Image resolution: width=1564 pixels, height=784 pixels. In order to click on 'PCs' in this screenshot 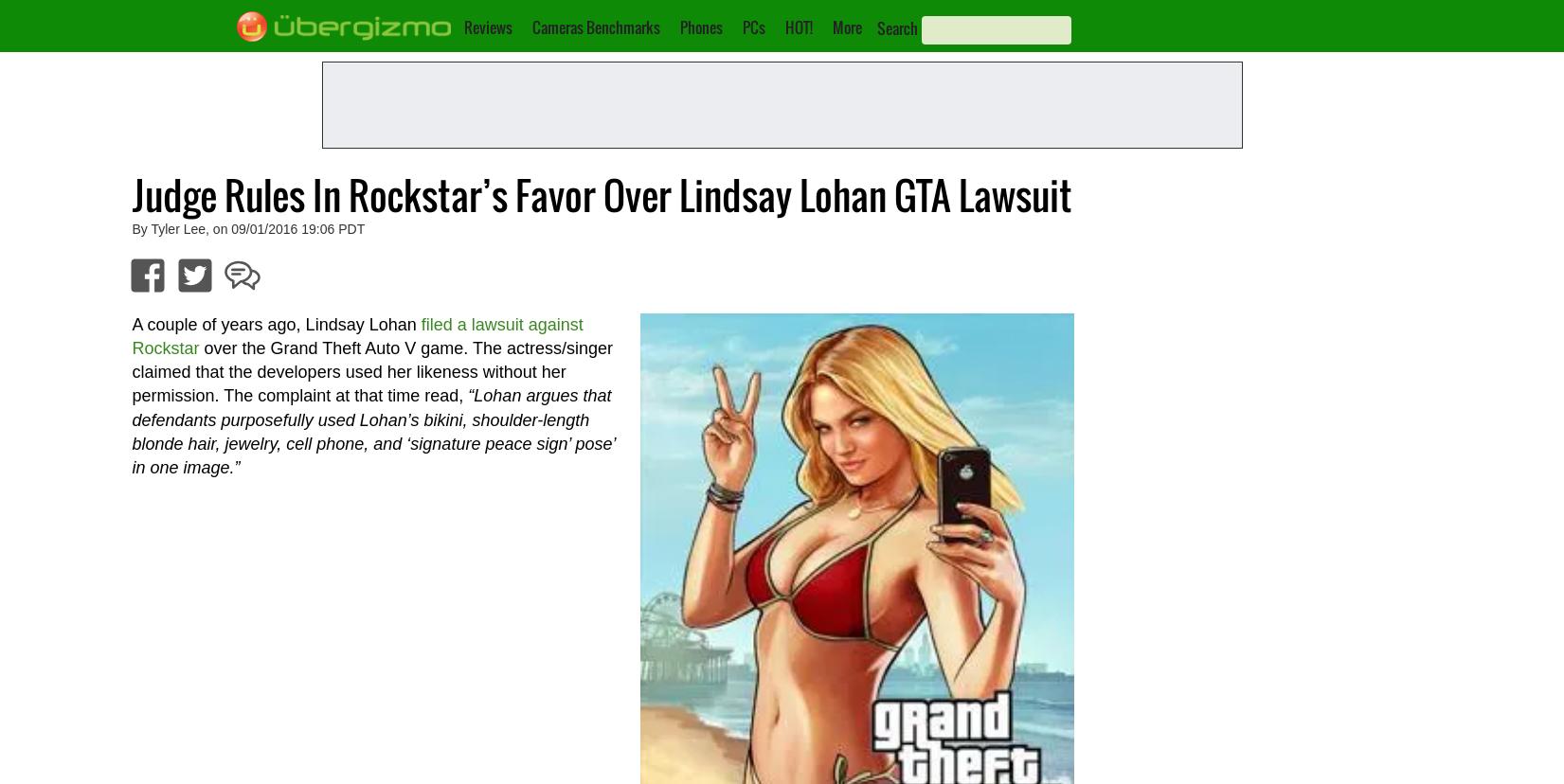, I will do `click(752, 27)`.